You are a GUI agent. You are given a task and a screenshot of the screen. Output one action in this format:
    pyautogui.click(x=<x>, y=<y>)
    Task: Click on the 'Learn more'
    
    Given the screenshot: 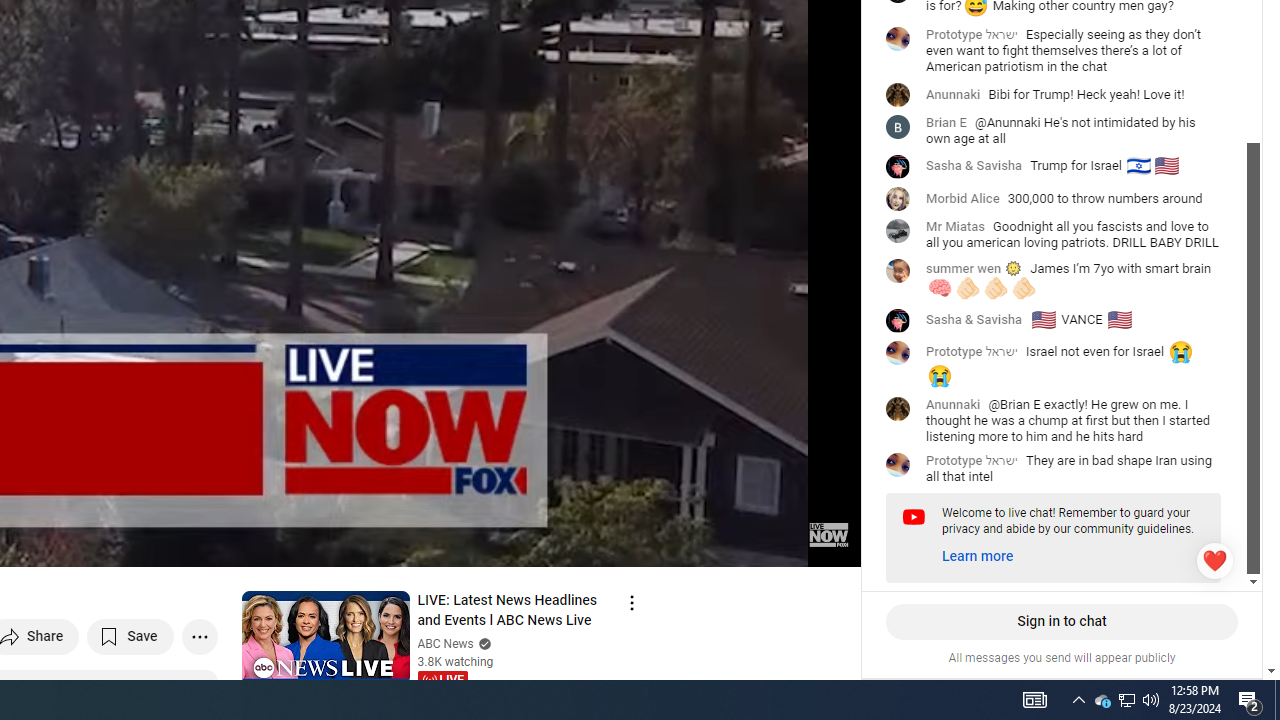 What is the action you would take?
    pyautogui.click(x=977, y=557)
    